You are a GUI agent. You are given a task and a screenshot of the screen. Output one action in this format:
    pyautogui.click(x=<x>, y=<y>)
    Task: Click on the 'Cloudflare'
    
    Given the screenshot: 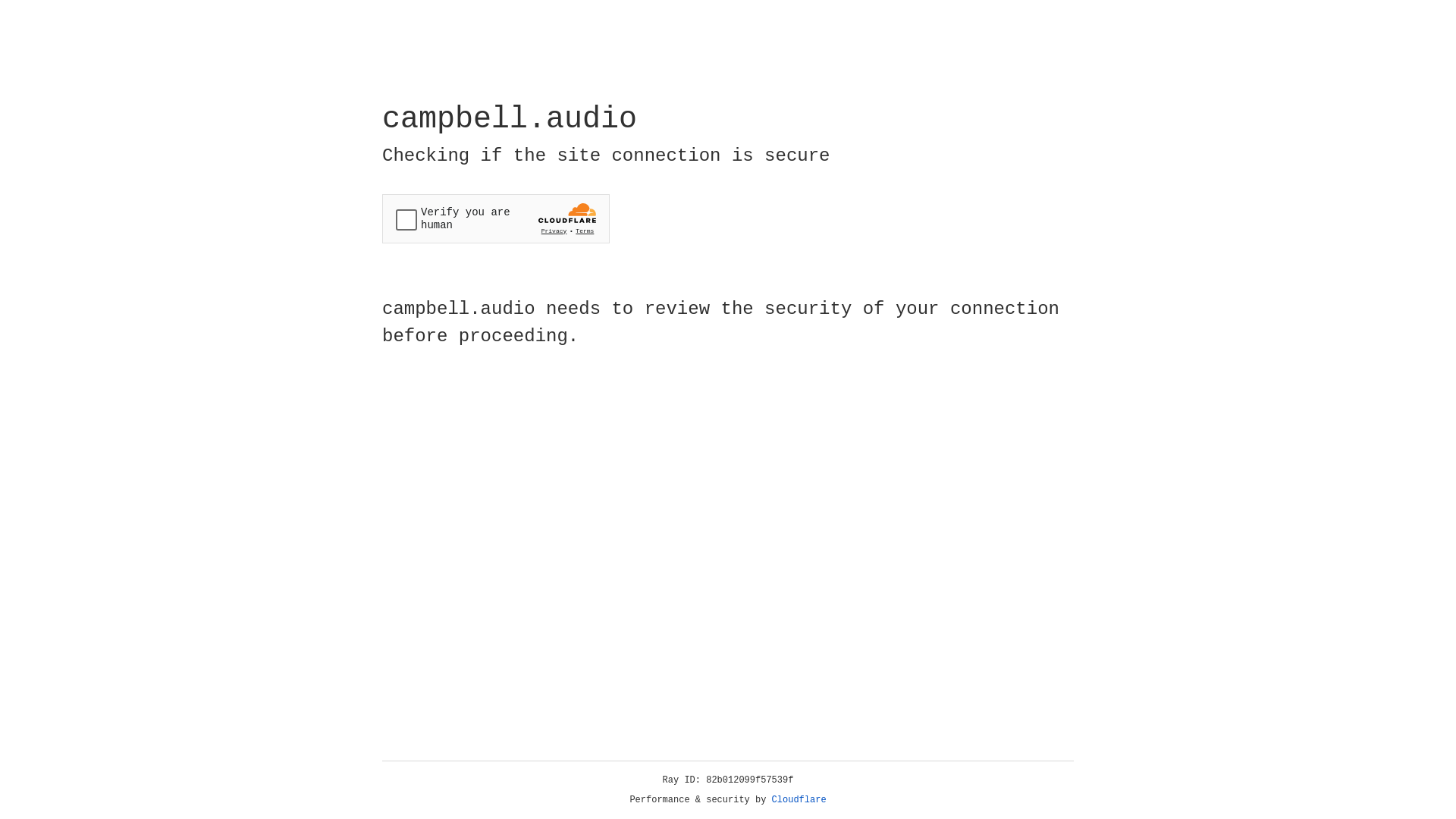 What is the action you would take?
    pyautogui.click(x=771, y=799)
    